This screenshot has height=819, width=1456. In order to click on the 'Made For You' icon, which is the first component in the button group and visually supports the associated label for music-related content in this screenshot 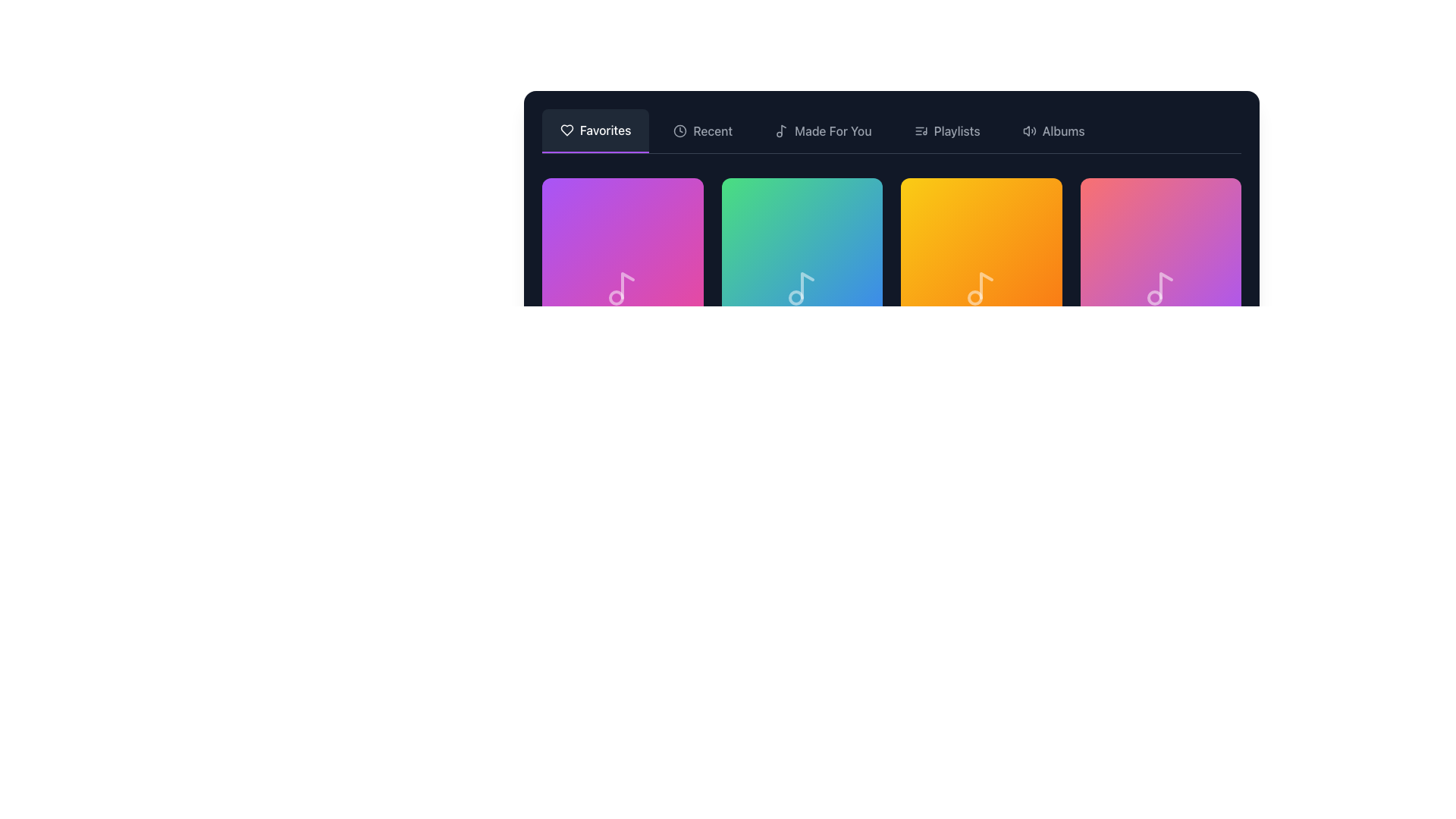, I will do `click(782, 130)`.